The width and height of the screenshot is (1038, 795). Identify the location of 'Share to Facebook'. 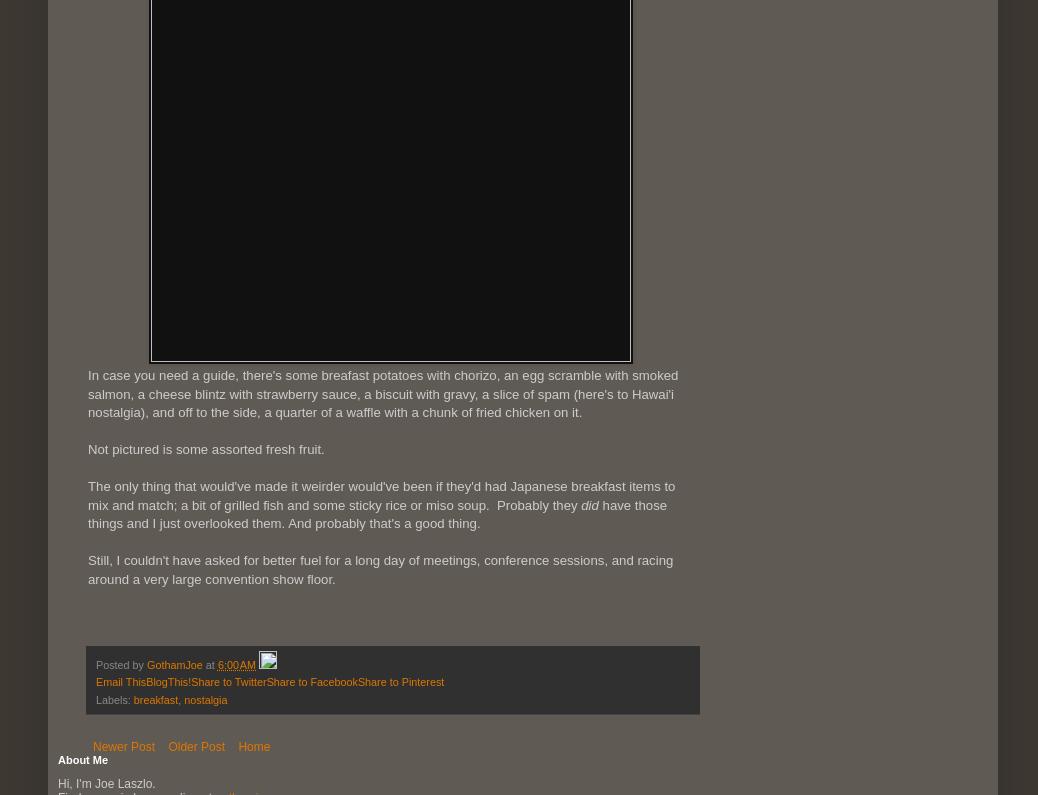
(311, 681).